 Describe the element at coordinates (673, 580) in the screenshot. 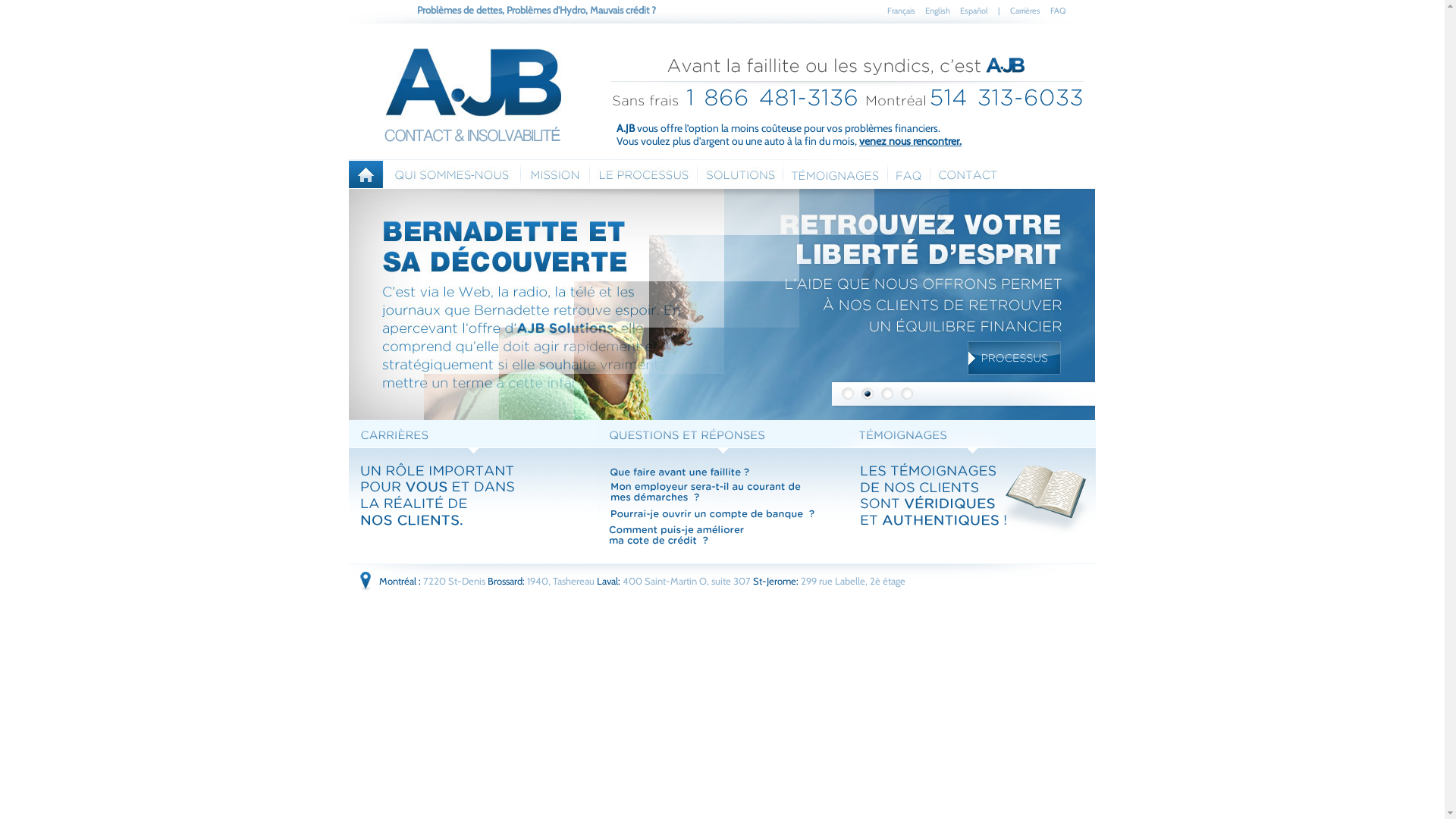

I see `'Laval: 400 Saint-Martin O, suite 307'` at that location.